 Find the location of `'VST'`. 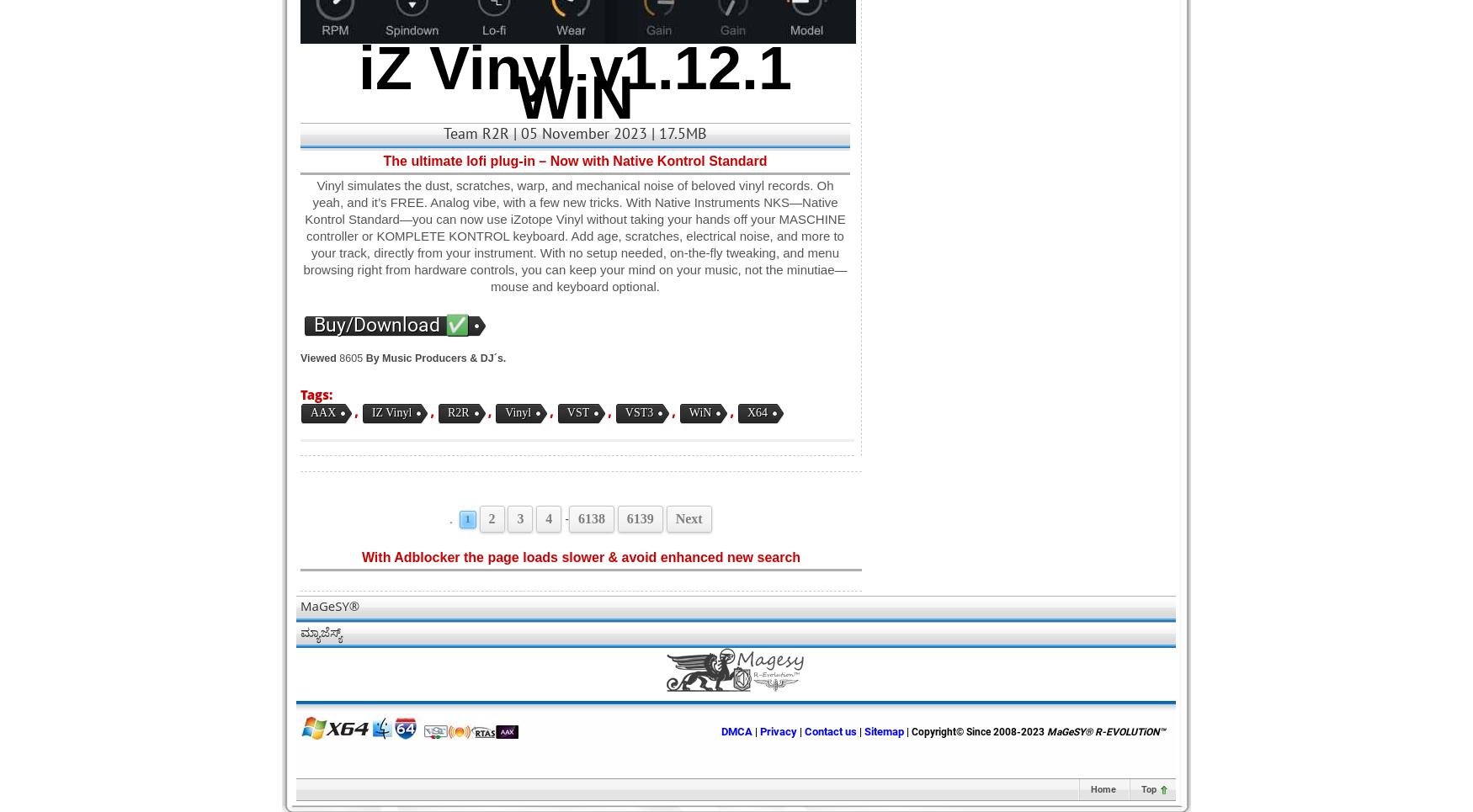

'VST' is located at coordinates (577, 412).